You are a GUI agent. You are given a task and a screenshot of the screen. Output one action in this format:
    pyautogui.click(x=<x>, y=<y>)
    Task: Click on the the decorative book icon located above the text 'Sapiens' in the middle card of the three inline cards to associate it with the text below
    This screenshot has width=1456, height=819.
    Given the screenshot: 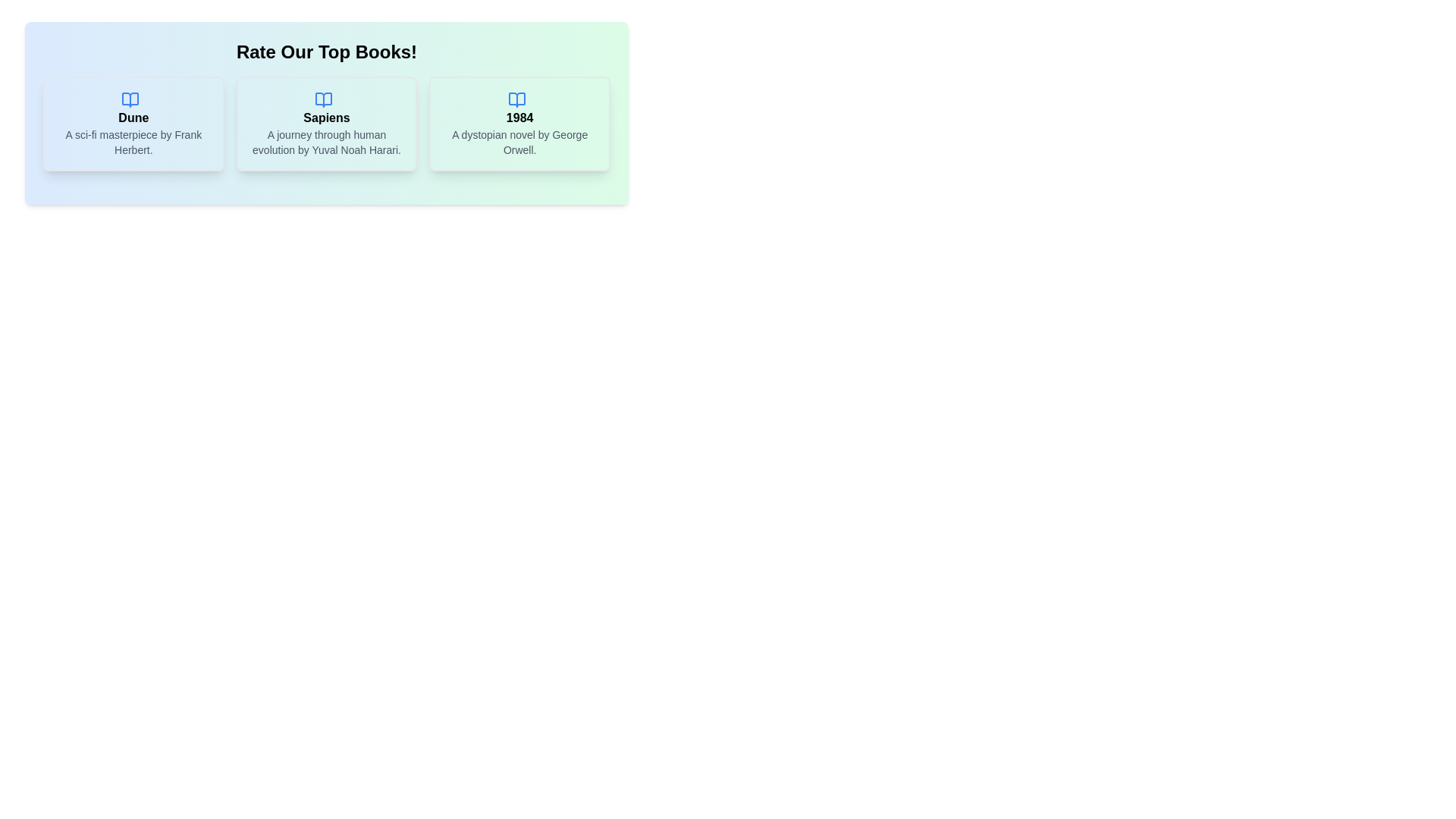 What is the action you would take?
    pyautogui.click(x=323, y=99)
    